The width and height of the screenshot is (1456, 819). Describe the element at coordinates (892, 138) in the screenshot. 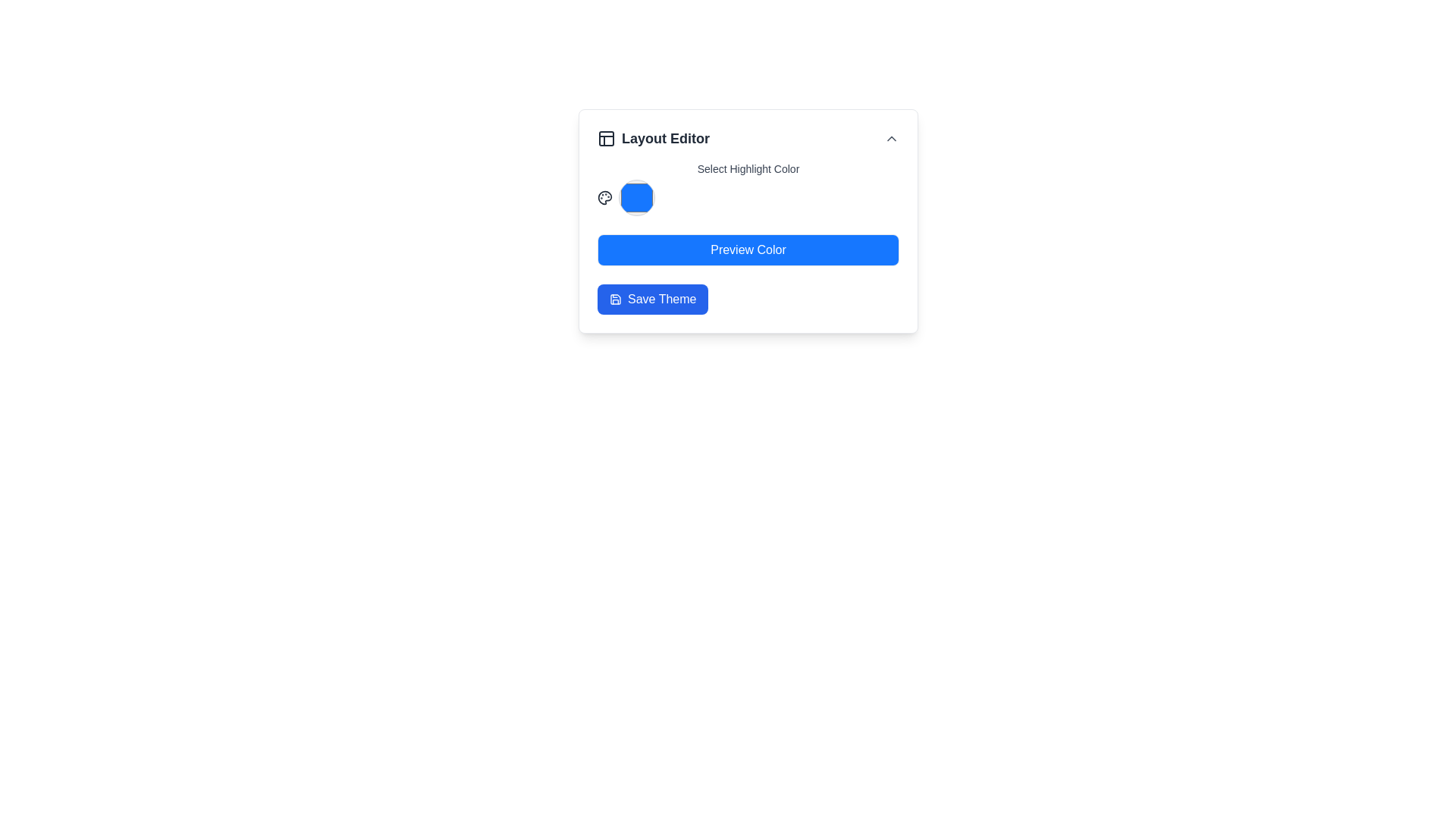

I see `the Icon button in the top-right corner of the 'Layout Editor' interface` at that location.